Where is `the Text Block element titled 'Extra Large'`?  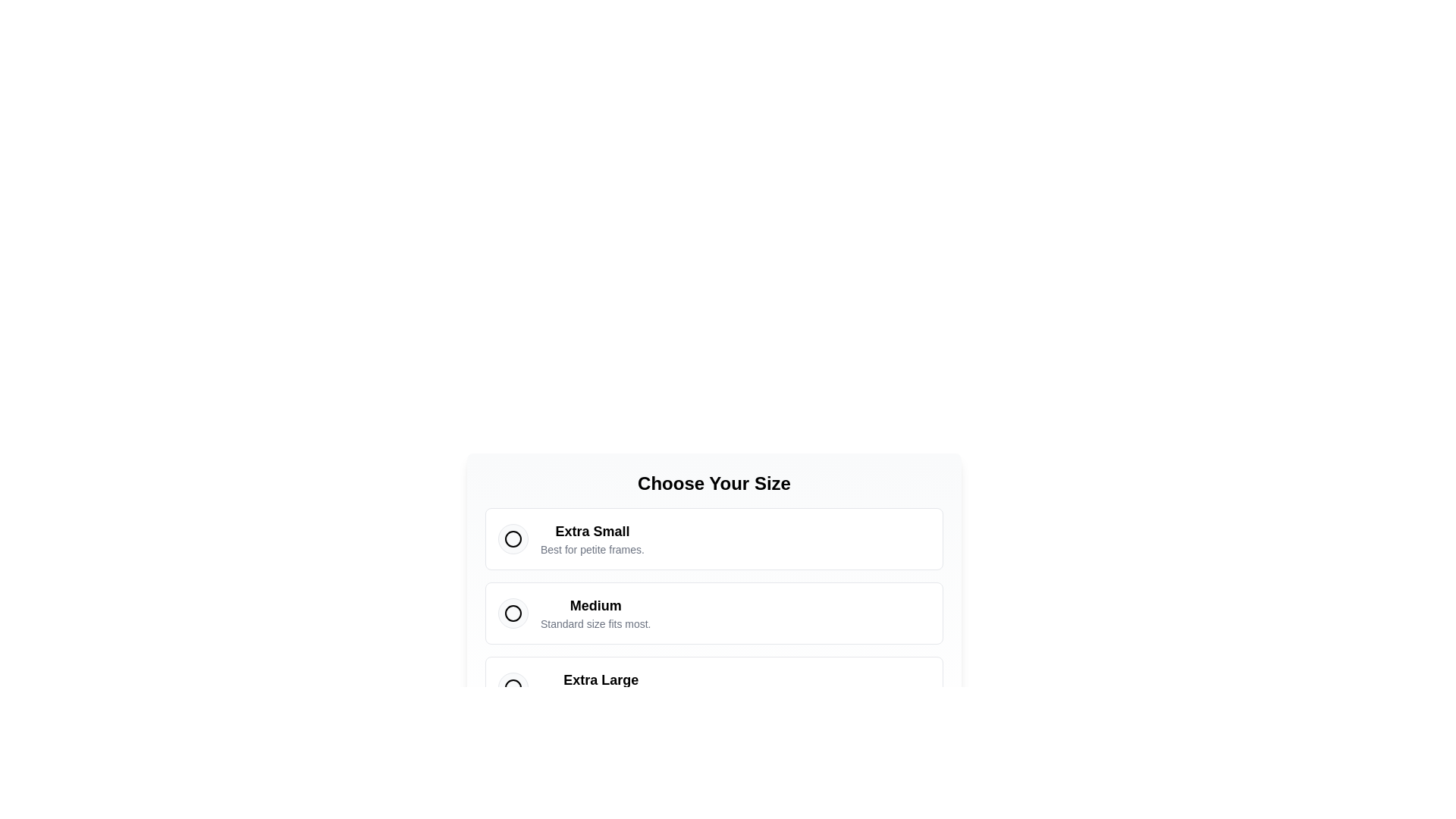 the Text Block element titled 'Extra Large' is located at coordinates (600, 687).